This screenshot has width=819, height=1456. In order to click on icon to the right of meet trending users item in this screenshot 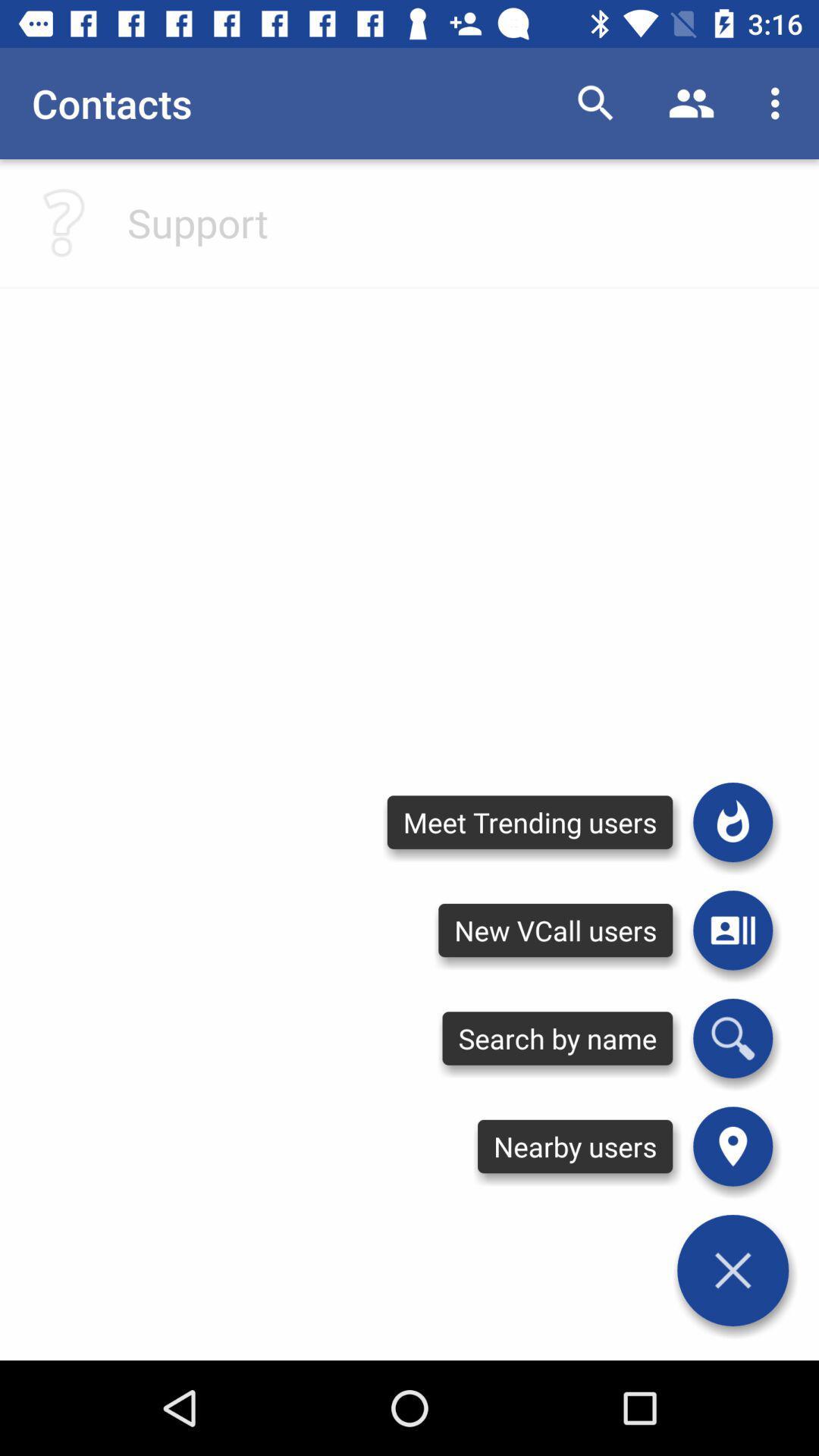, I will do `click(732, 821)`.